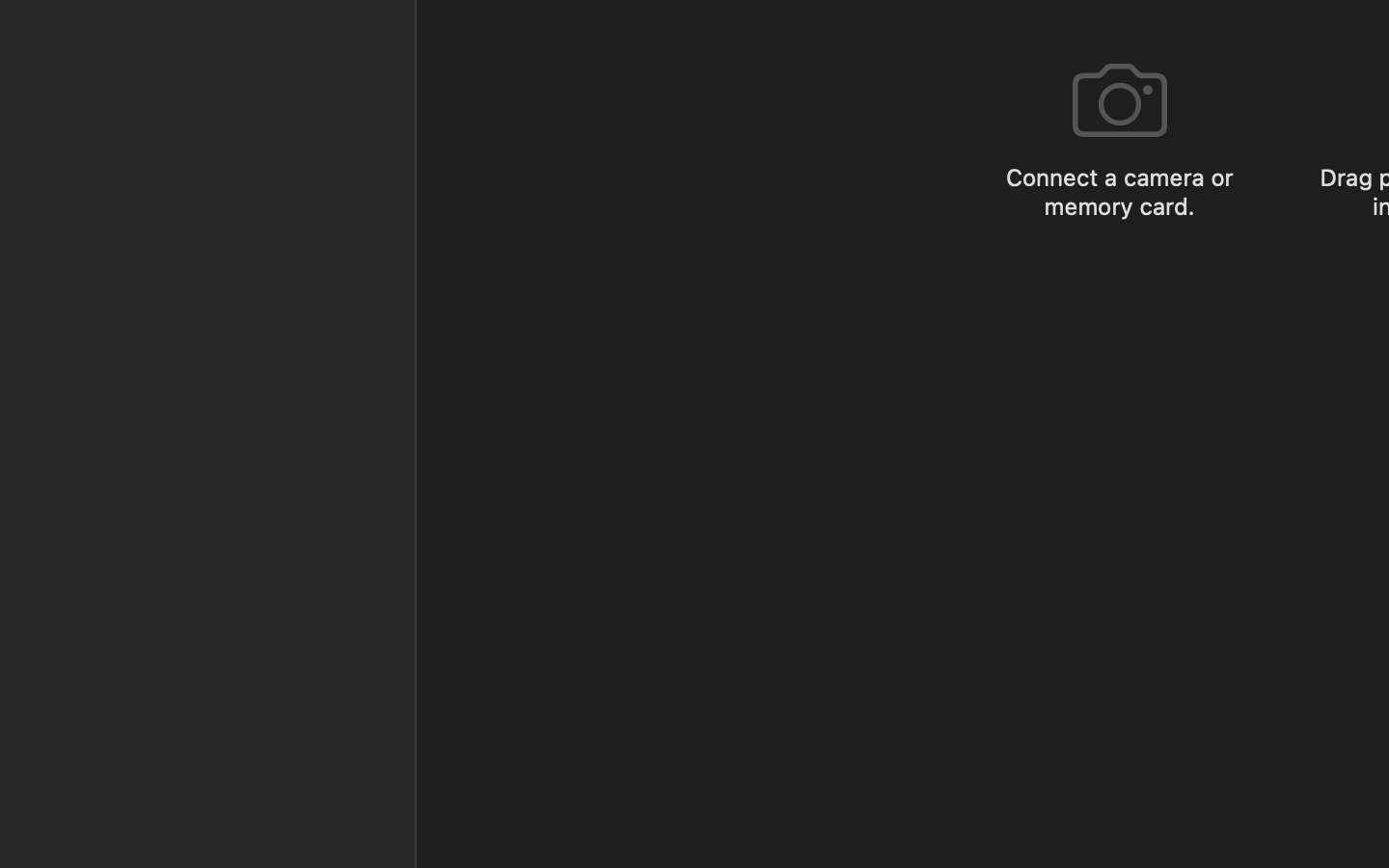 Image resolution: width=1389 pixels, height=868 pixels. I want to click on 'Connect a camera or memory card.', so click(1119, 191).